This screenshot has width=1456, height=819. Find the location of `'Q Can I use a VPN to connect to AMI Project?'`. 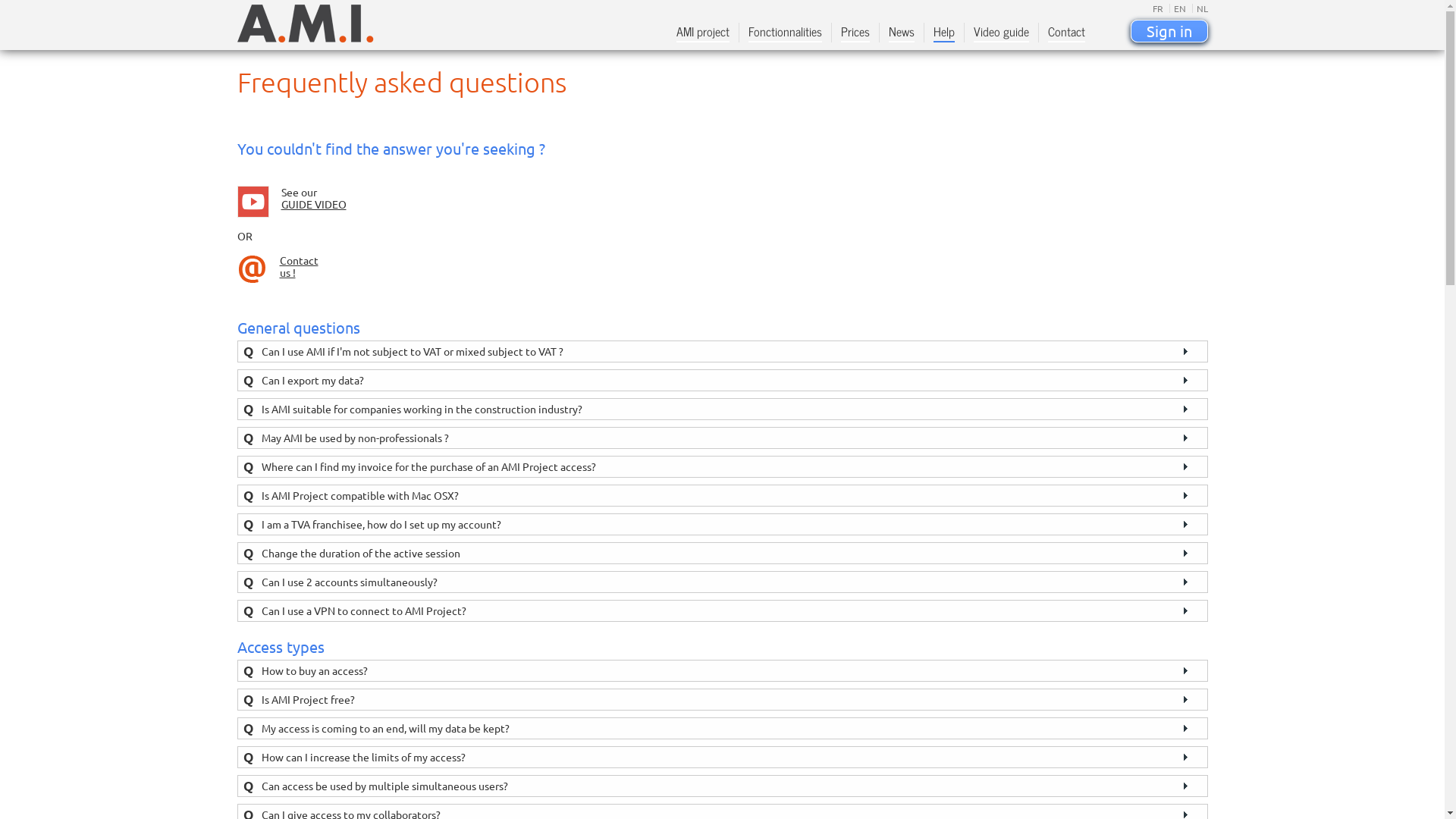

'Q Can I use a VPN to connect to AMI Project?' is located at coordinates (720, 610).